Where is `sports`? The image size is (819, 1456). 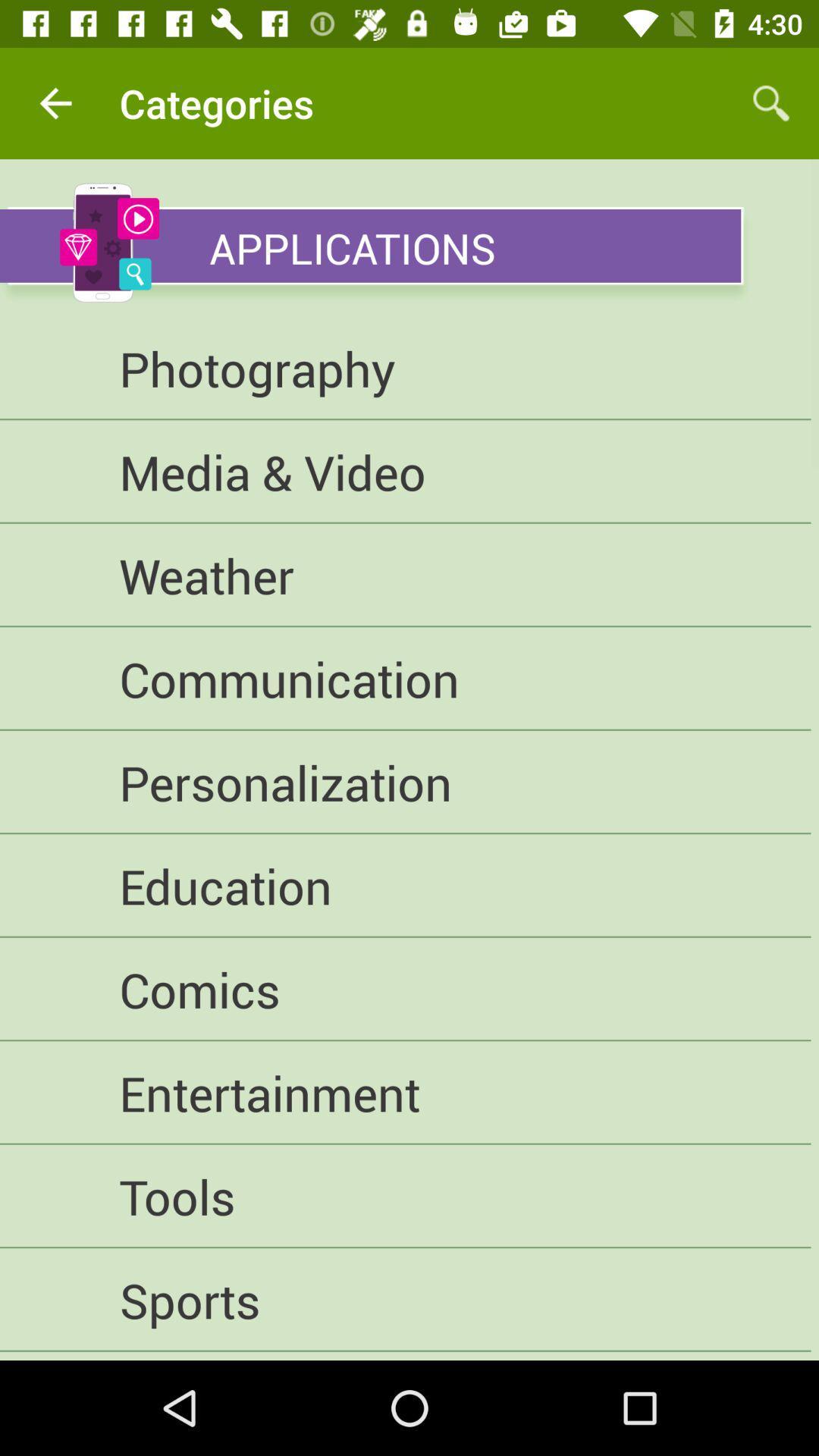 sports is located at coordinates (404, 1299).